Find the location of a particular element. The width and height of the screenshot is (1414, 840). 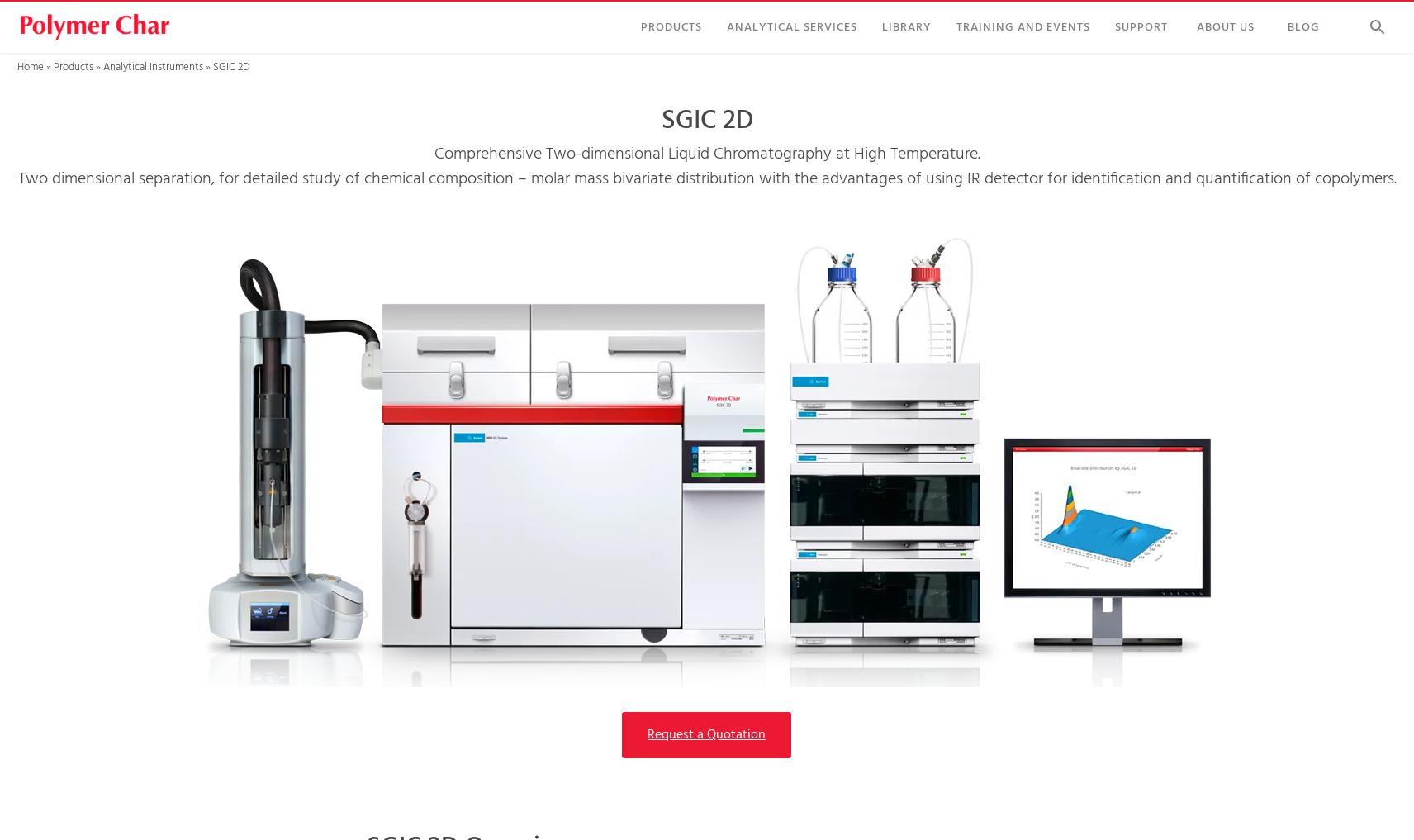

'Analytical Services' is located at coordinates (791, 26).